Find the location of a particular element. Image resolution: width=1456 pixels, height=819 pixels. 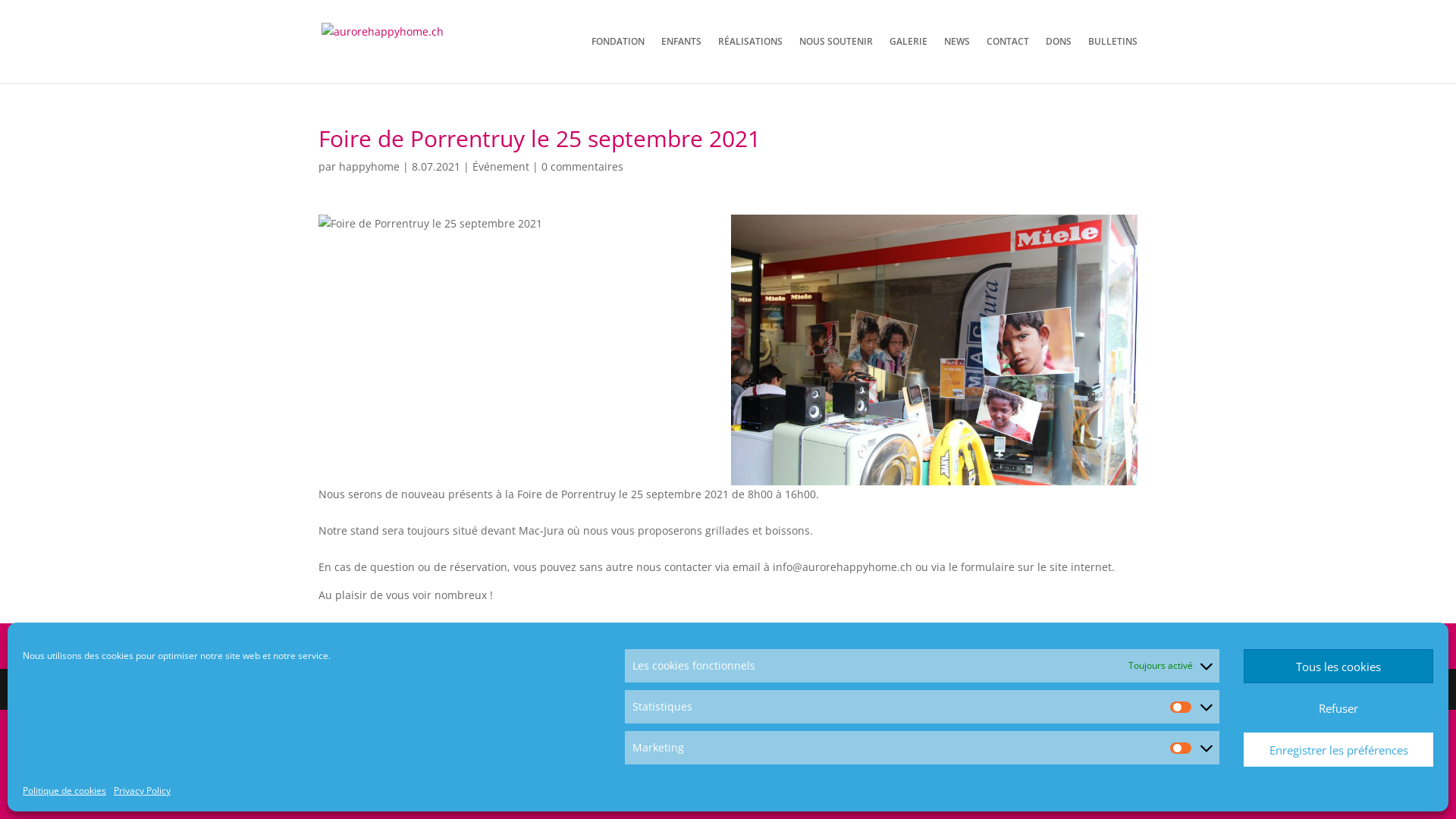

'GALERIE' is located at coordinates (889, 58).